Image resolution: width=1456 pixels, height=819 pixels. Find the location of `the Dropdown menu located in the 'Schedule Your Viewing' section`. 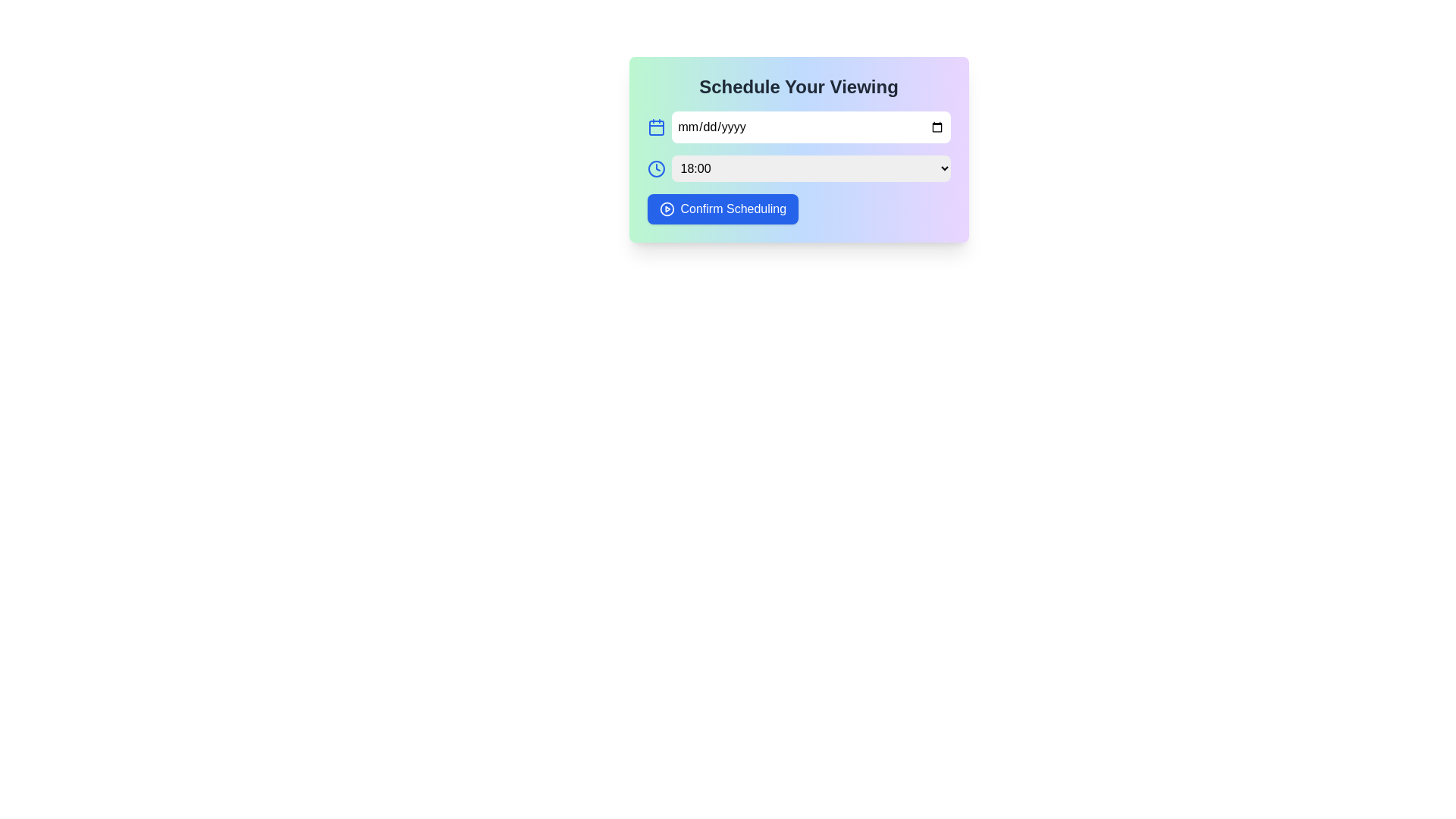

the Dropdown menu located in the 'Schedule Your Viewing' section is located at coordinates (798, 168).